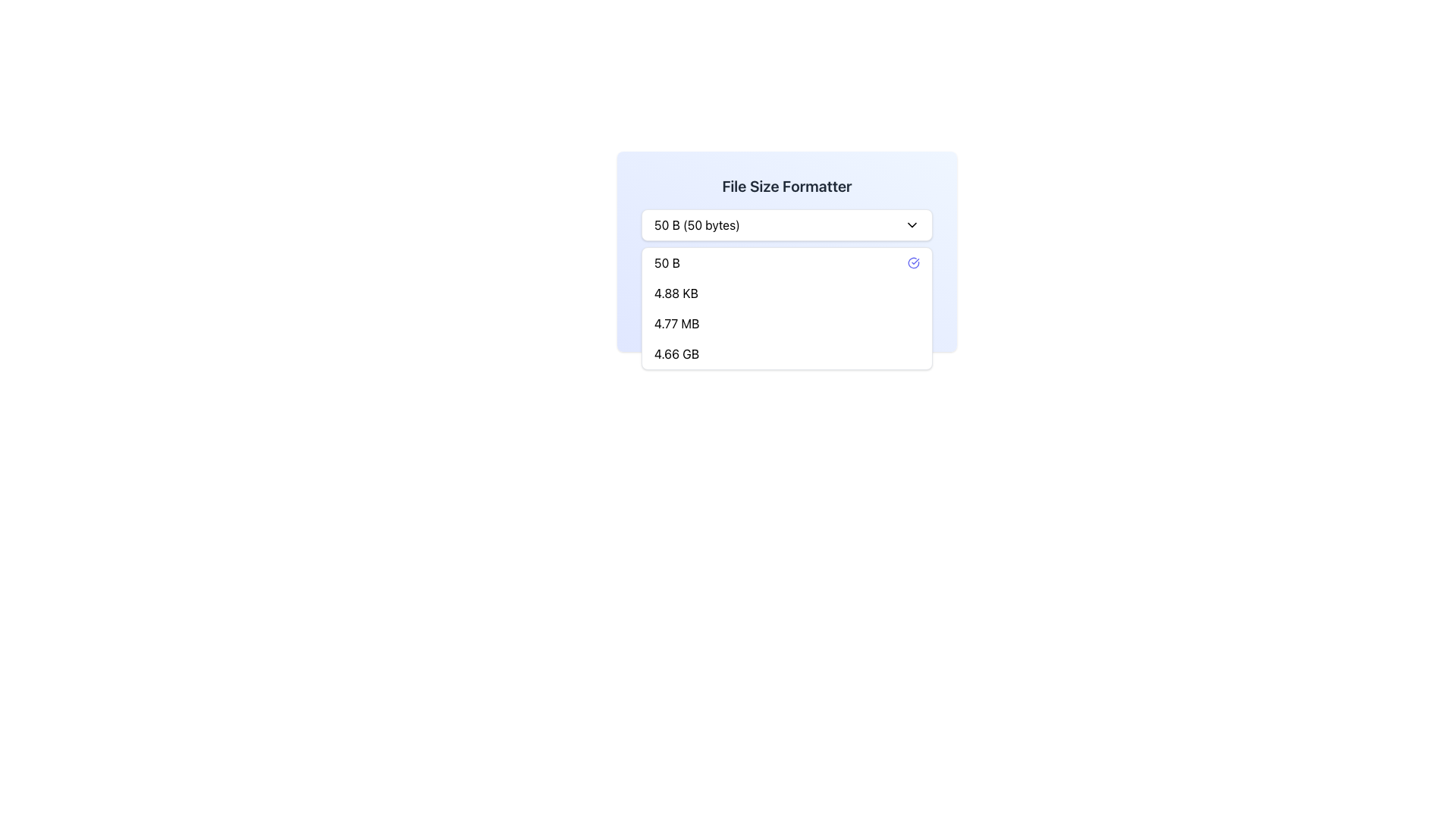 The width and height of the screenshot is (1456, 819). I want to click on the non-interactive informational display that shows the currently selected file size in the 'File Size Formatter' box, located near the bottom after the dropdown selector, so click(786, 290).